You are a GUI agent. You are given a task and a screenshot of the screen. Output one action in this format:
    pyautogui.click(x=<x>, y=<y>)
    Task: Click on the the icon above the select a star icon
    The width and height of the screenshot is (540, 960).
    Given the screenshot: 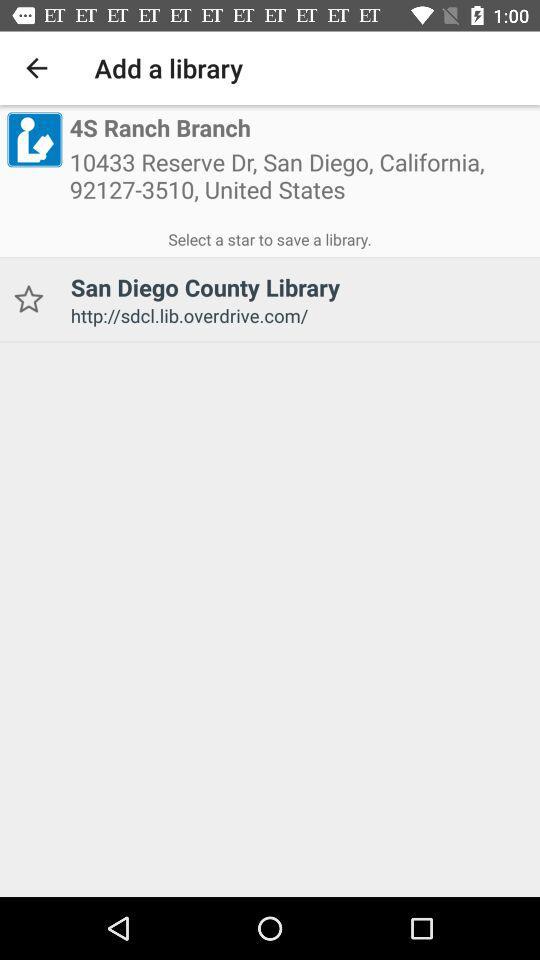 What is the action you would take?
    pyautogui.click(x=300, y=182)
    